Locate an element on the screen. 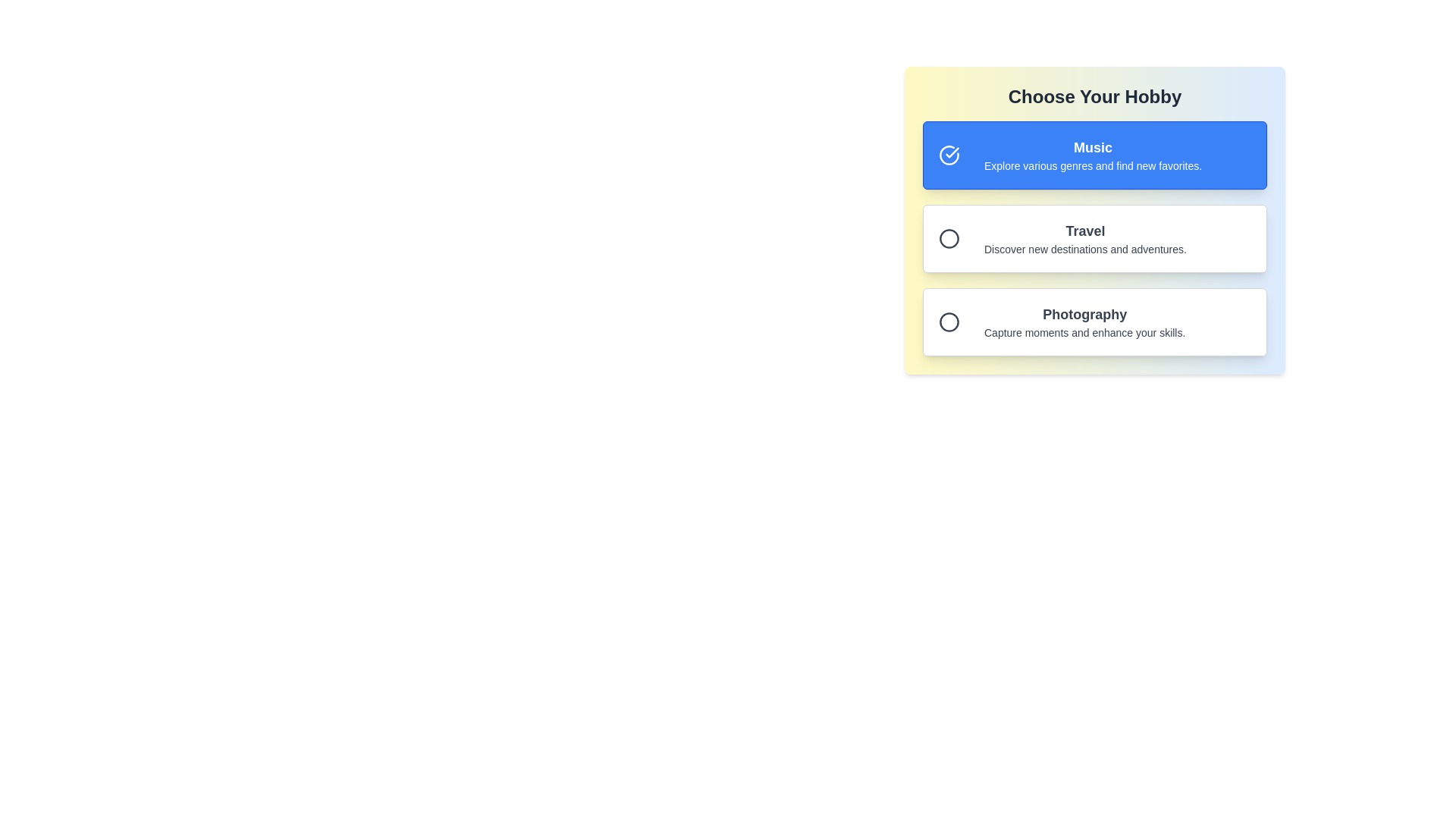 This screenshot has width=1456, height=819. the circle icon associated with the 'Travel' option, which is located to the left of the 'Travel' text label is located at coordinates (949, 239).